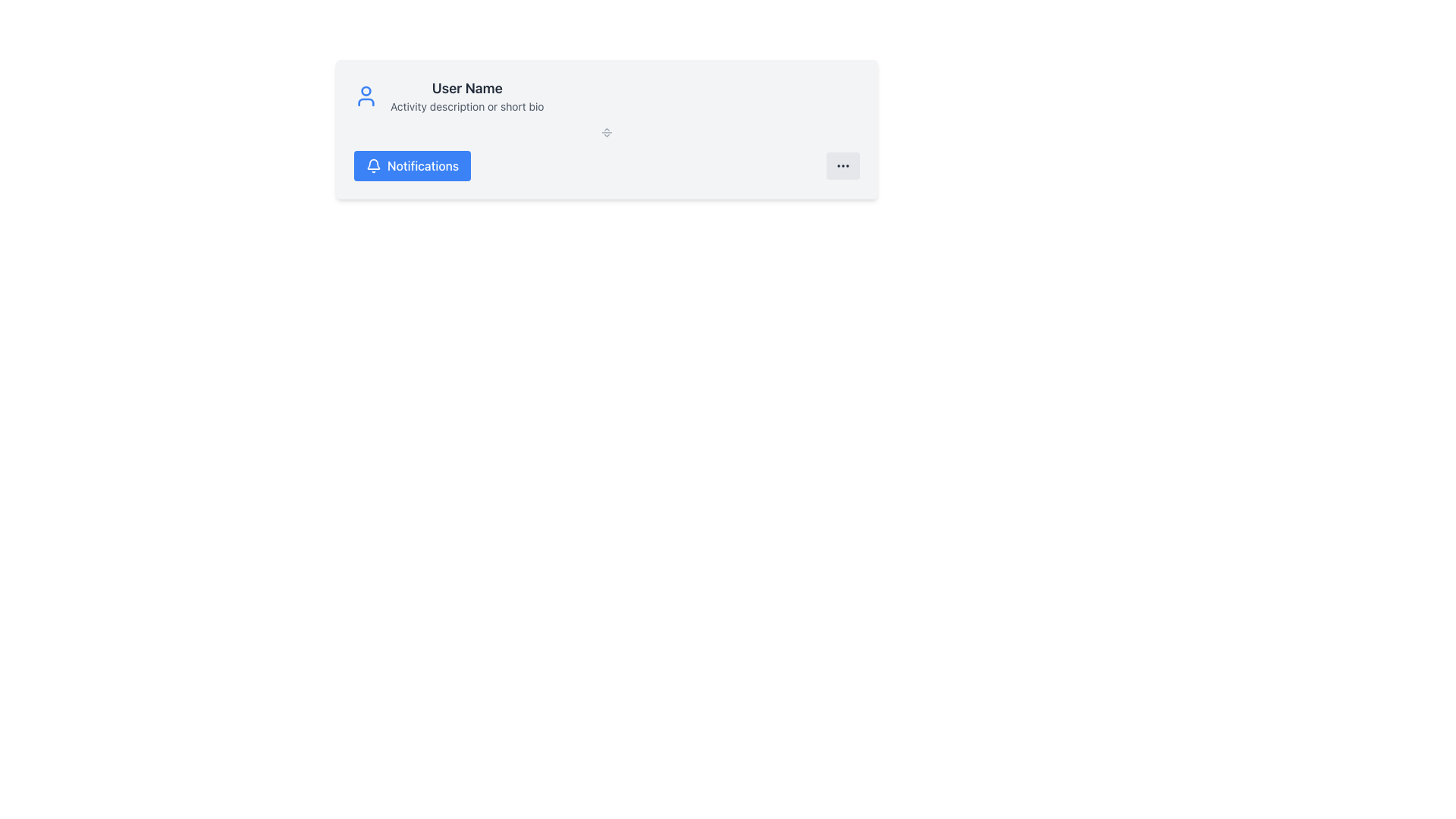 The height and width of the screenshot is (819, 1456). I want to click on the circular graphical component that is part of the user icon, located above the icon's baseline within the user profile card, so click(366, 90).